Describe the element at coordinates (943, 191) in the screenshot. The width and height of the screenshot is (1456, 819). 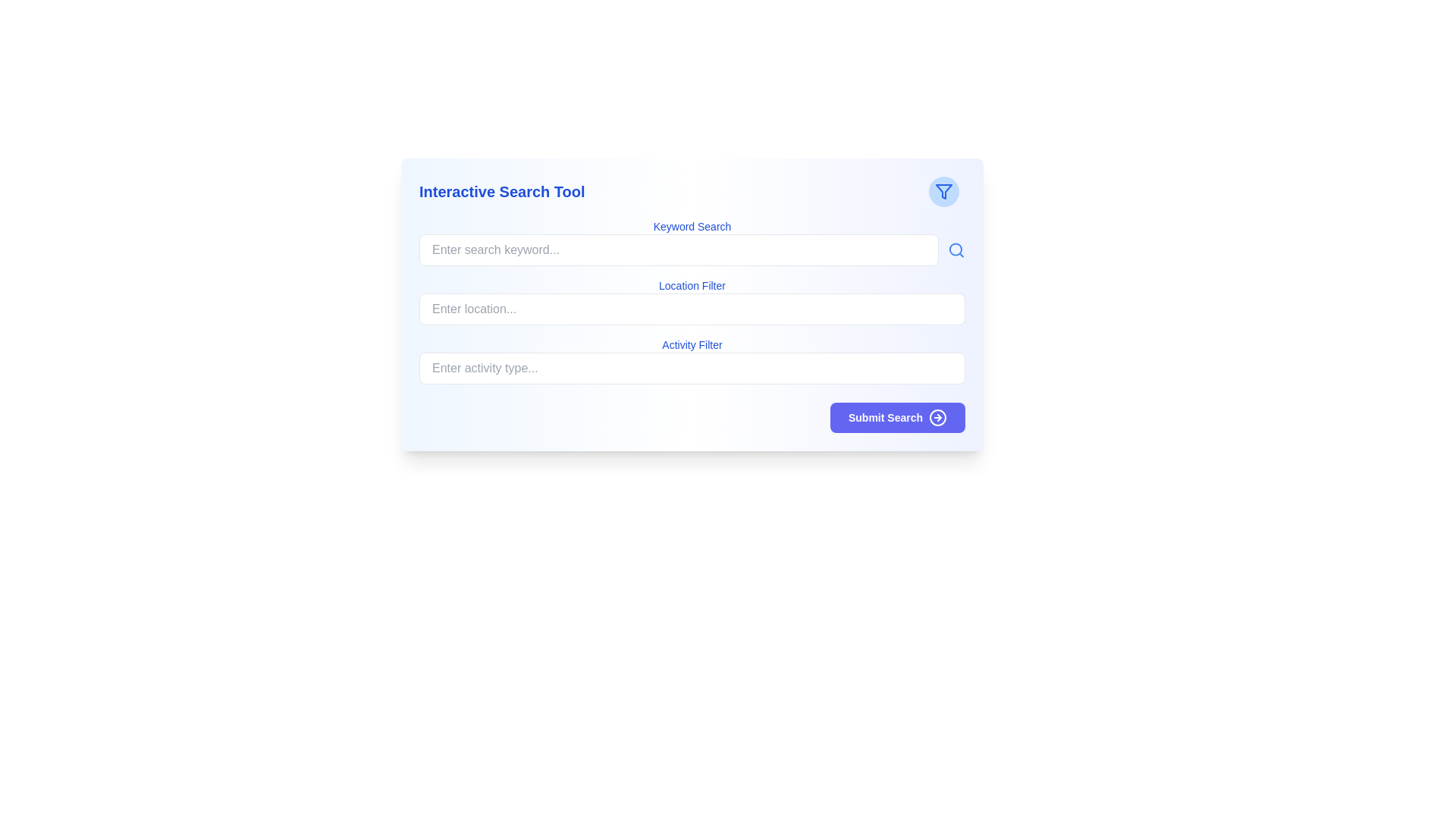
I see `the SVG icon embedded inside the interactive filter button` at that location.